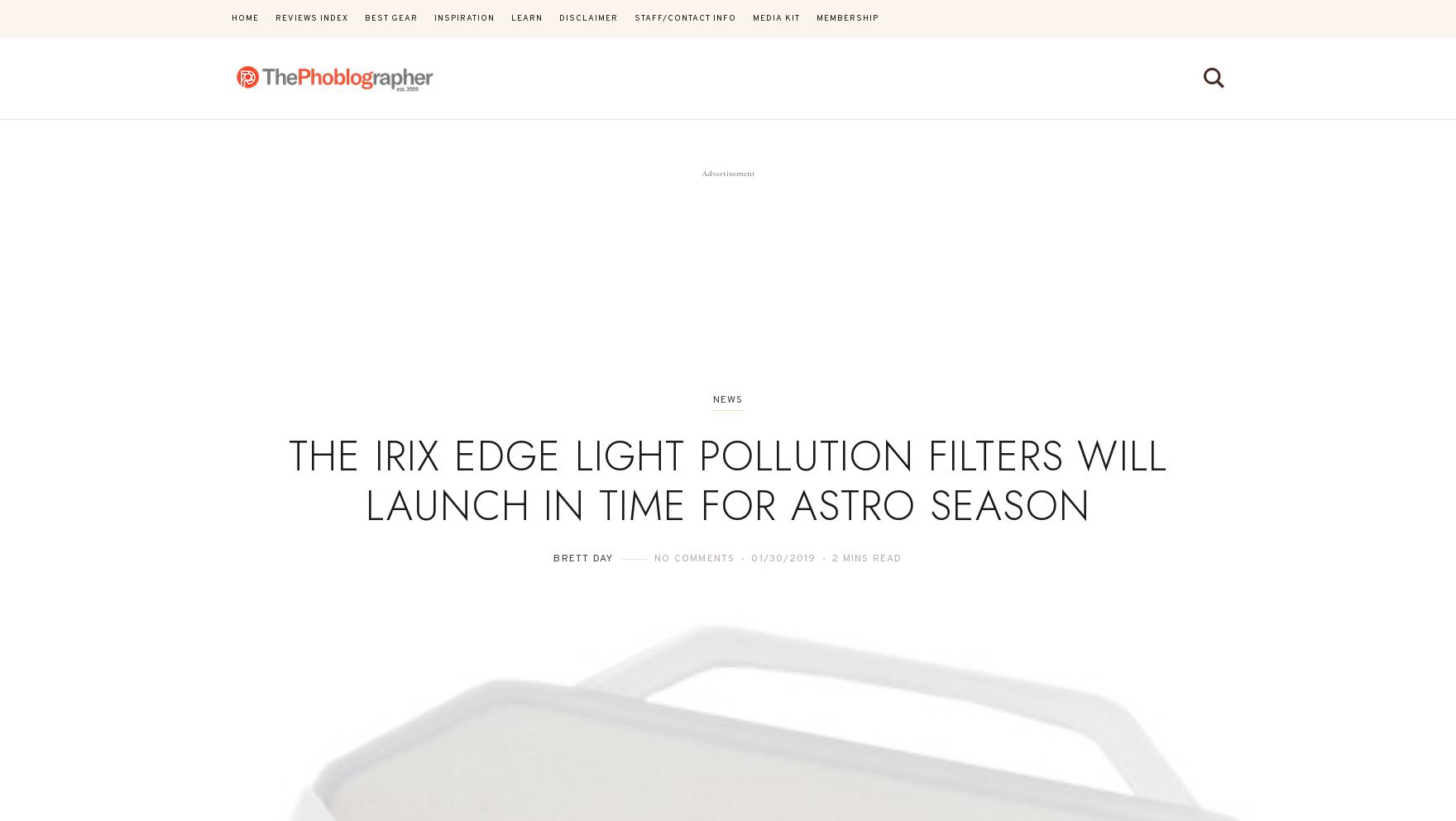 The width and height of the screenshot is (1456, 821). What do you see at coordinates (693, 559) in the screenshot?
I see `'No Comments'` at bounding box center [693, 559].